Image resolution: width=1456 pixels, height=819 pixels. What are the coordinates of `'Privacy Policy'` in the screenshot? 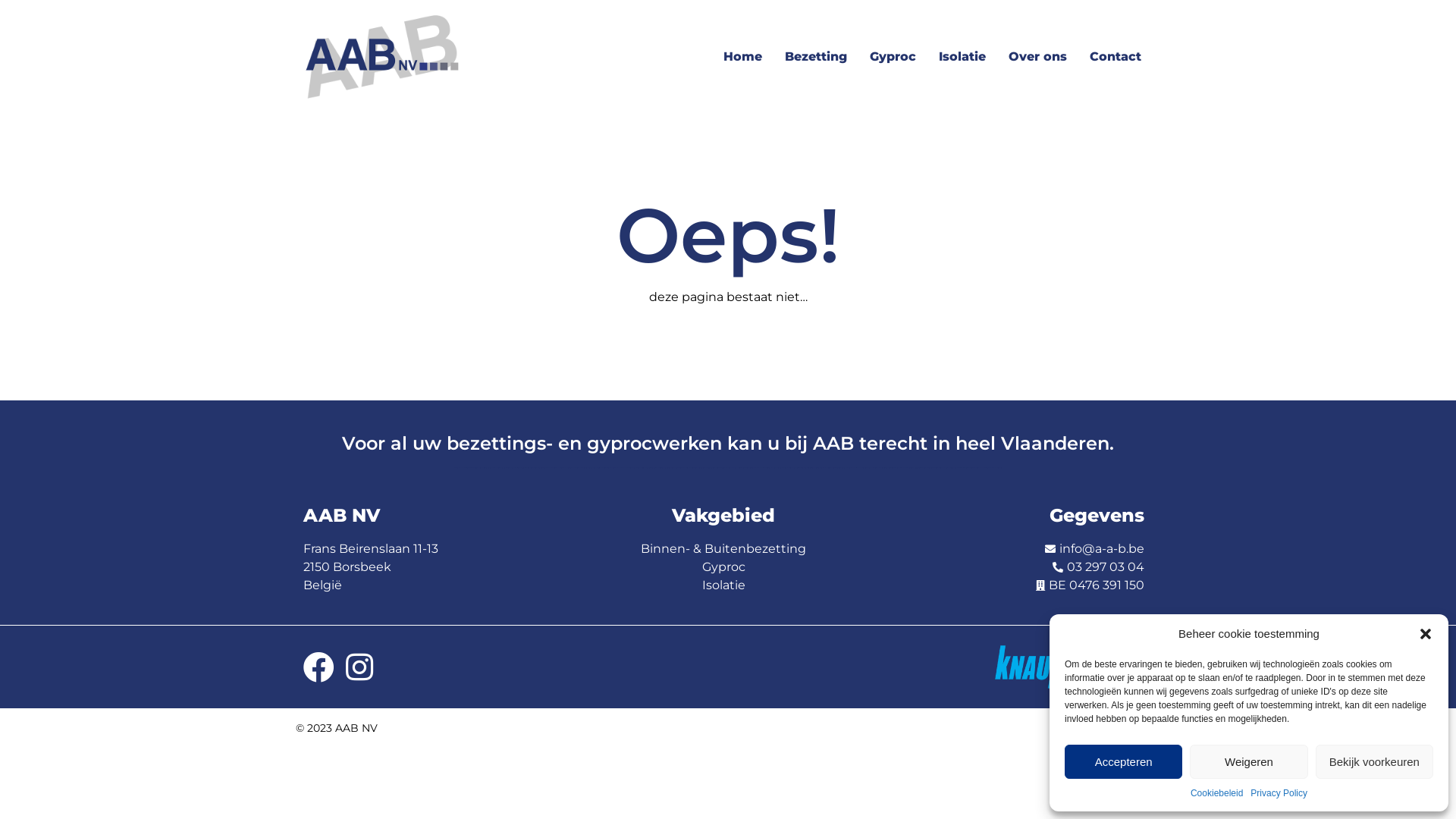 It's located at (1278, 792).